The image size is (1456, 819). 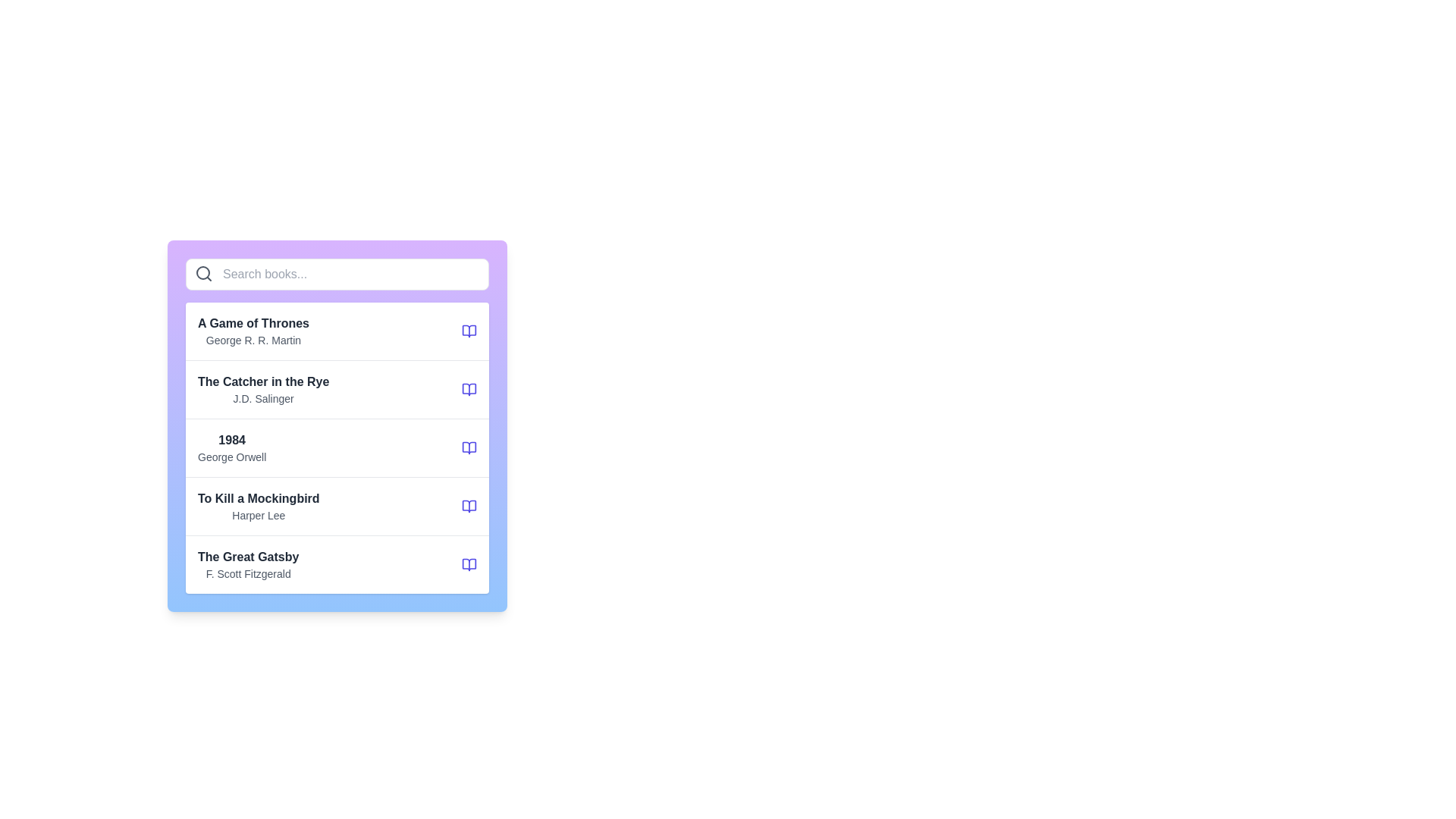 What do you see at coordinates (469, 330) in the screenshot?
I see `the open book icon, which is light indigo in color, located at the top-right of the book entry for 'A Game of Thrones' by 'George R. R. Martin'` at bounding box center [469, 330].